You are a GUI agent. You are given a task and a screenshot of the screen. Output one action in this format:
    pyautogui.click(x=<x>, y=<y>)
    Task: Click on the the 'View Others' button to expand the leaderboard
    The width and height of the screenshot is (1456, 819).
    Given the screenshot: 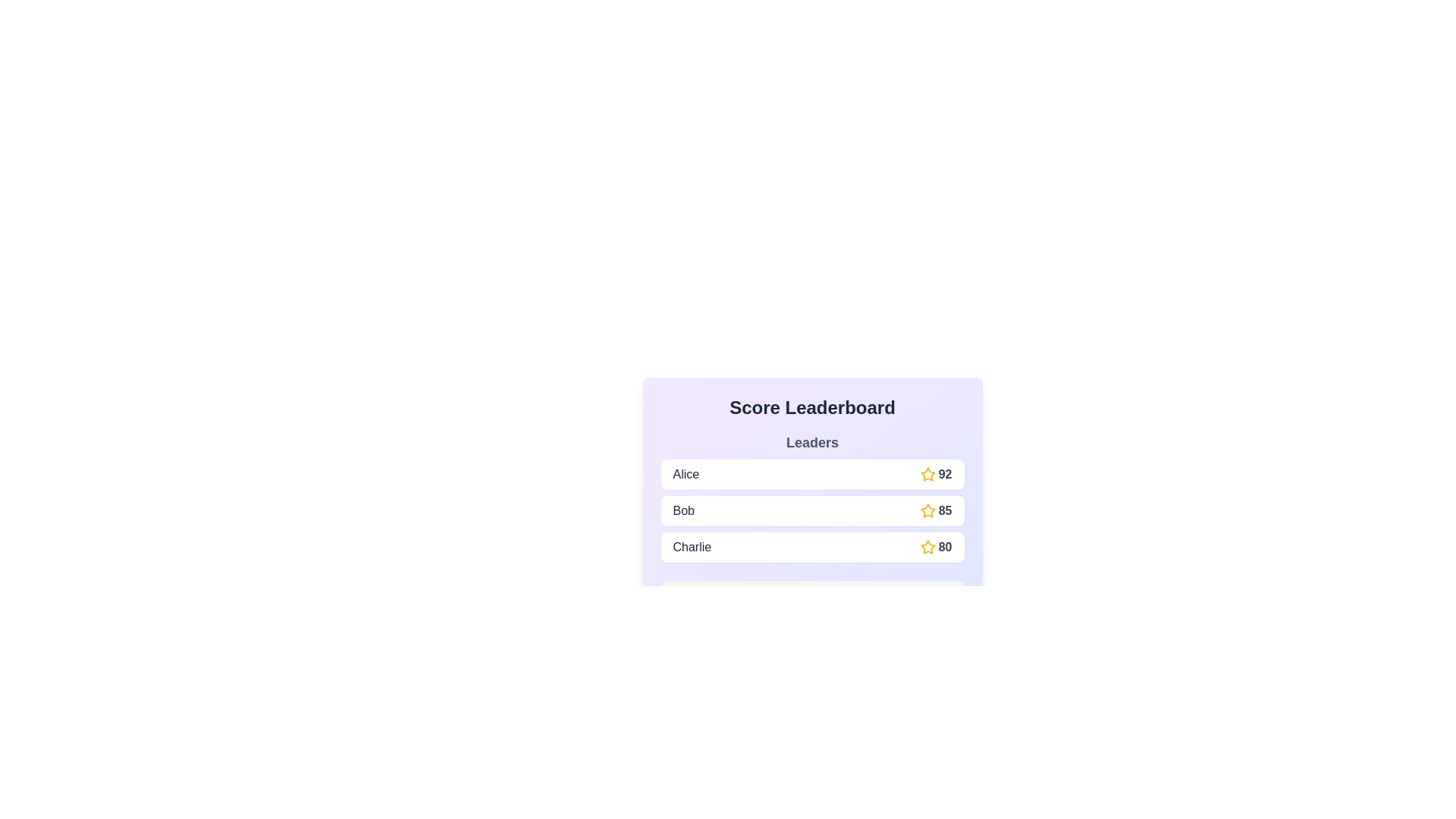 What is the action you would take?
    pyautogui.click(x=811, y=595)
    